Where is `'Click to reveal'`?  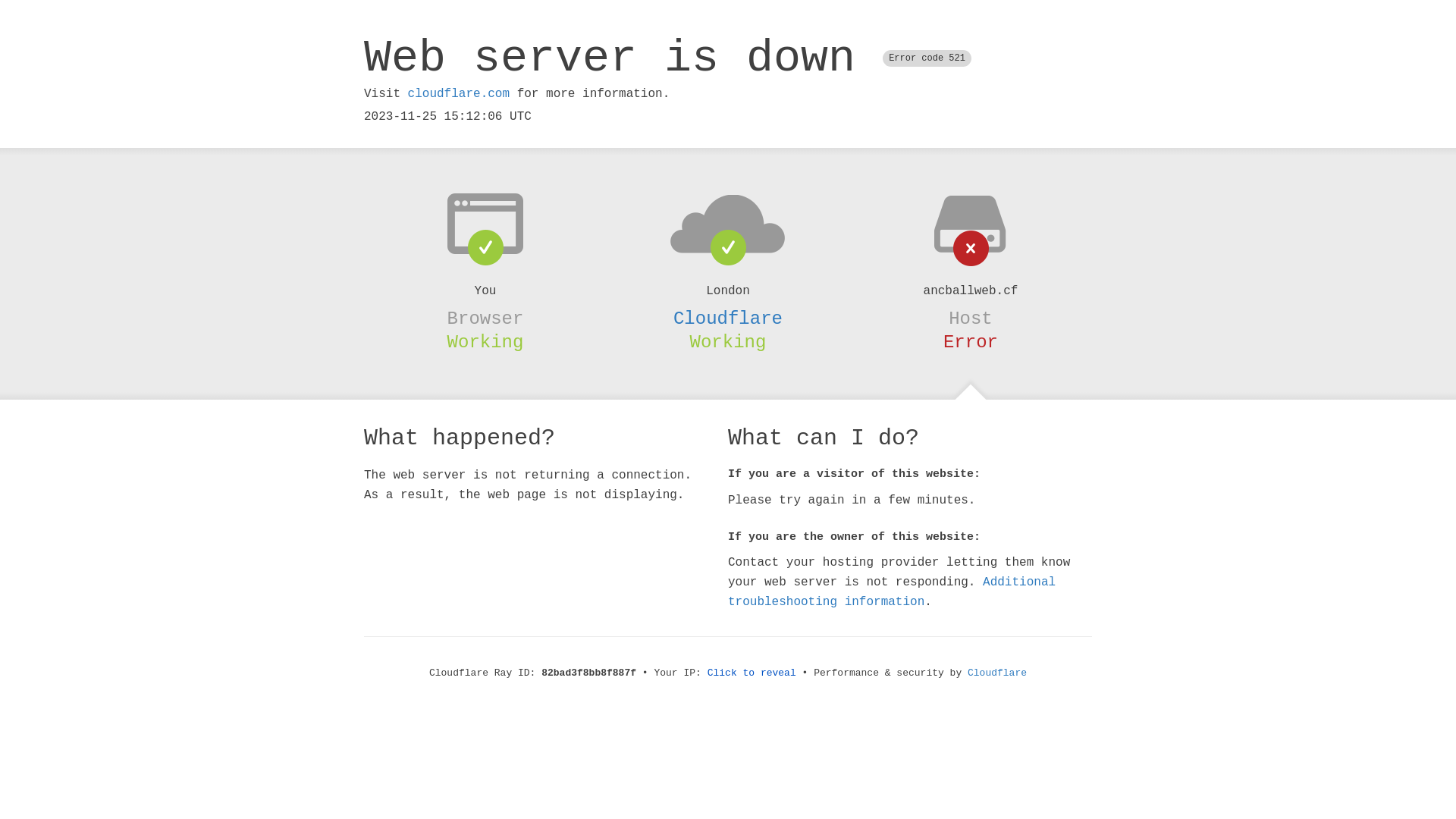 'Click to reveal' is located at coordinates (752, 672).